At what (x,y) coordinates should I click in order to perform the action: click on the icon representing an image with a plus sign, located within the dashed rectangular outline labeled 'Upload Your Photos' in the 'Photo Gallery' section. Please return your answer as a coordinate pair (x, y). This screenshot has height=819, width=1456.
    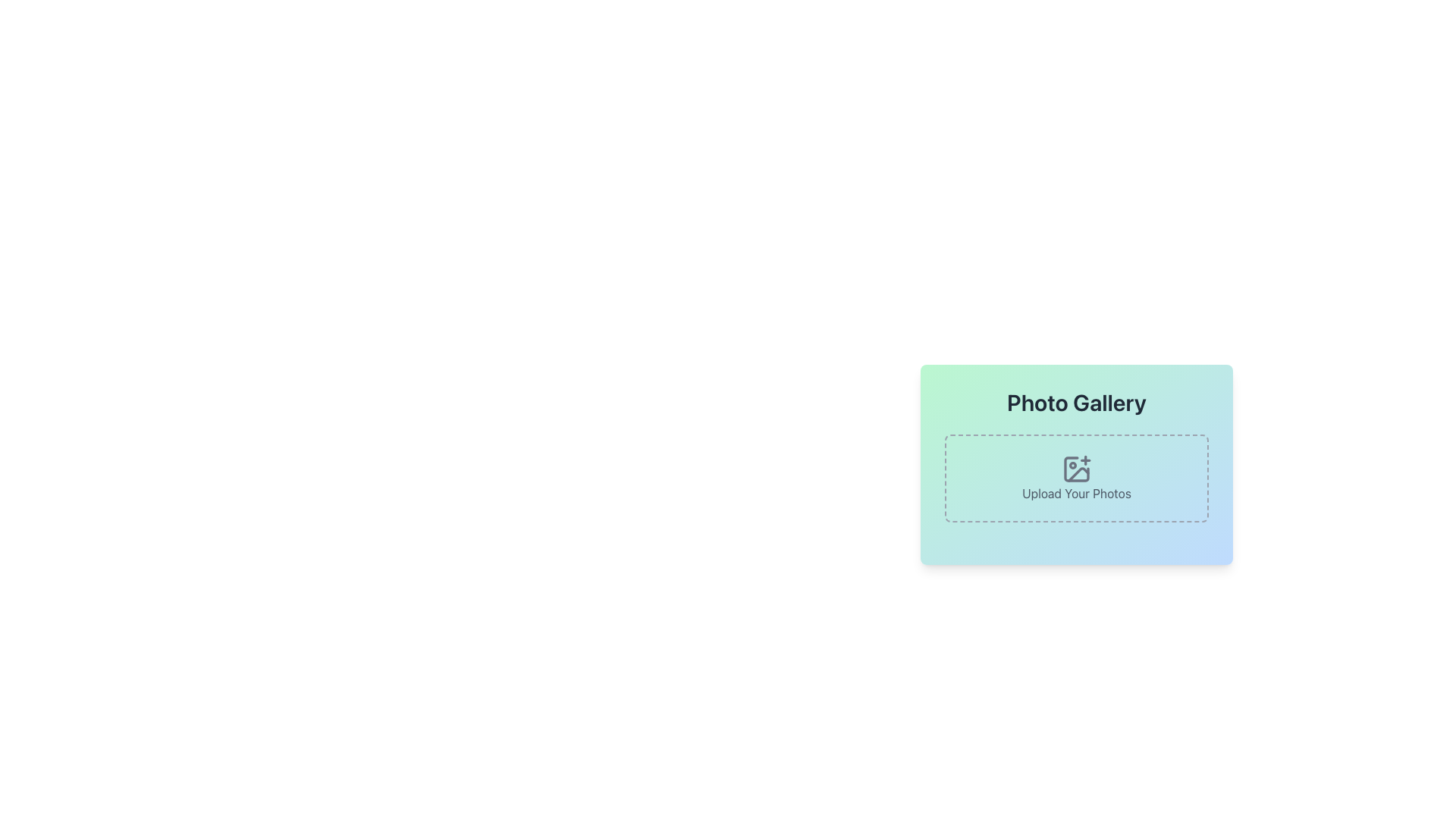
    Looking at the image, I should click on (1076, 468).